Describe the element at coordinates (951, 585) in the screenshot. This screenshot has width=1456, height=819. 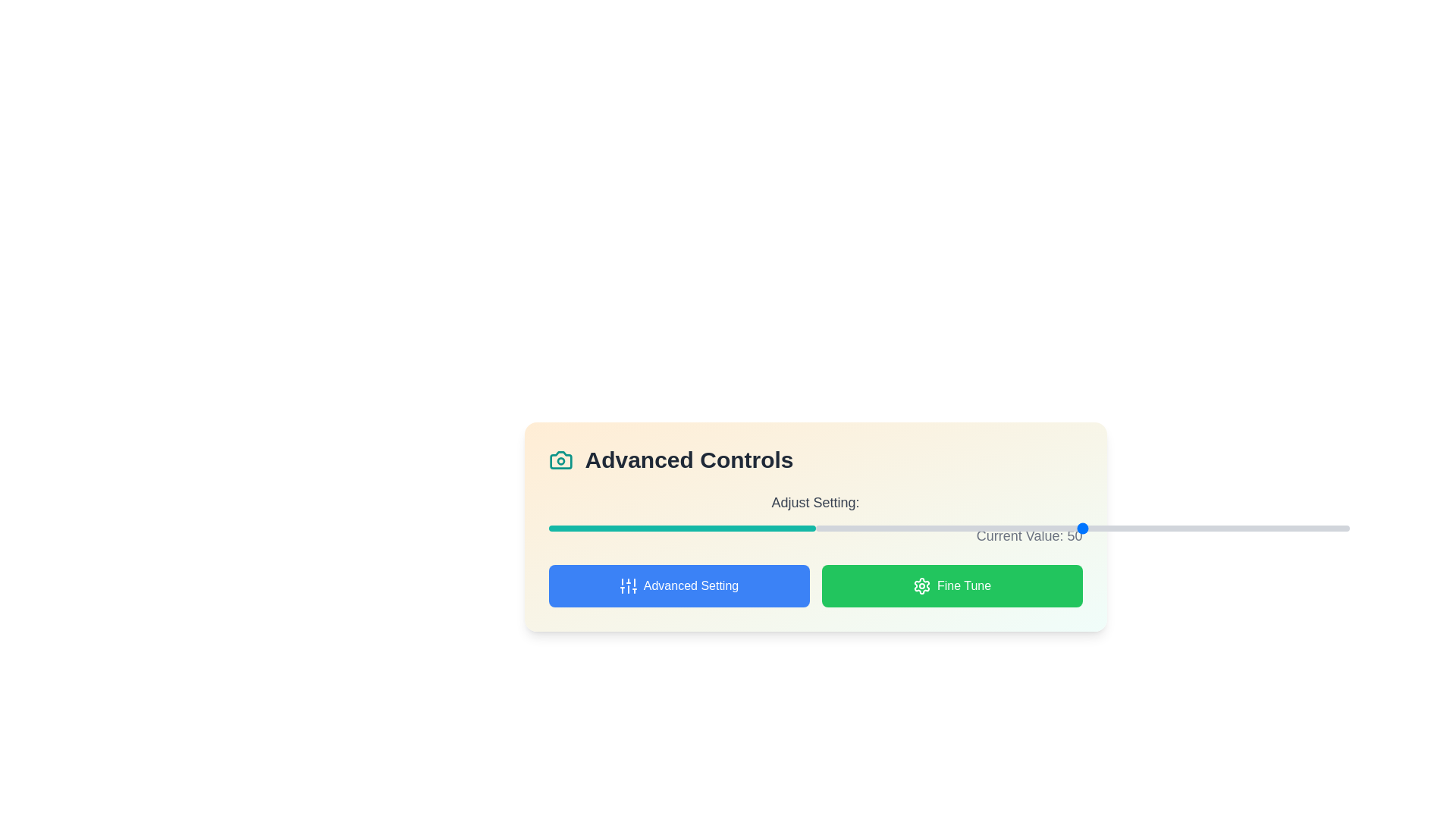
I see `the 'Fine Tune' button with the settings icon in the 'Advanced Controls' section` at that location.